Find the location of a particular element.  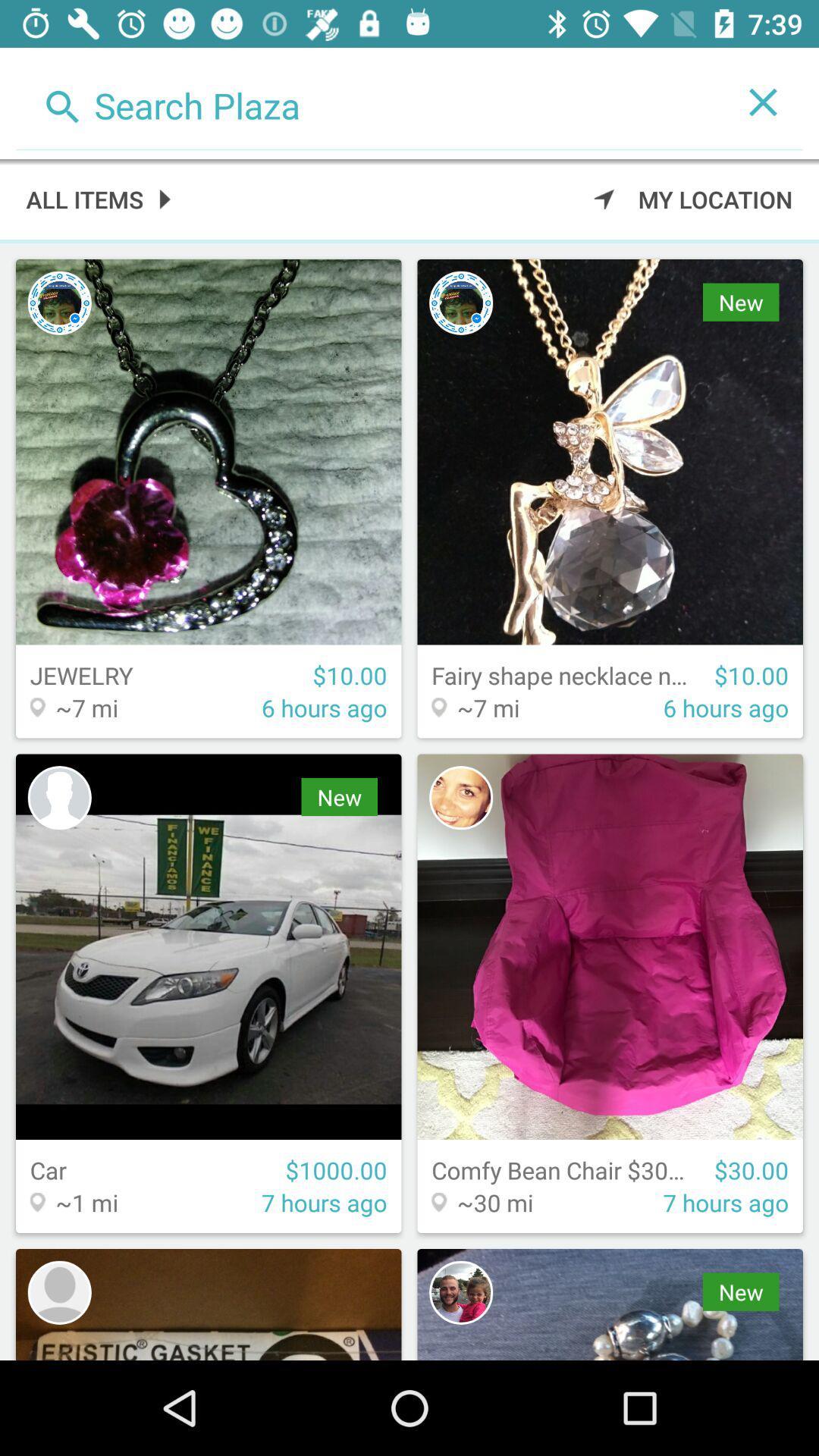

open search menu is located at coordinates (369, 101).